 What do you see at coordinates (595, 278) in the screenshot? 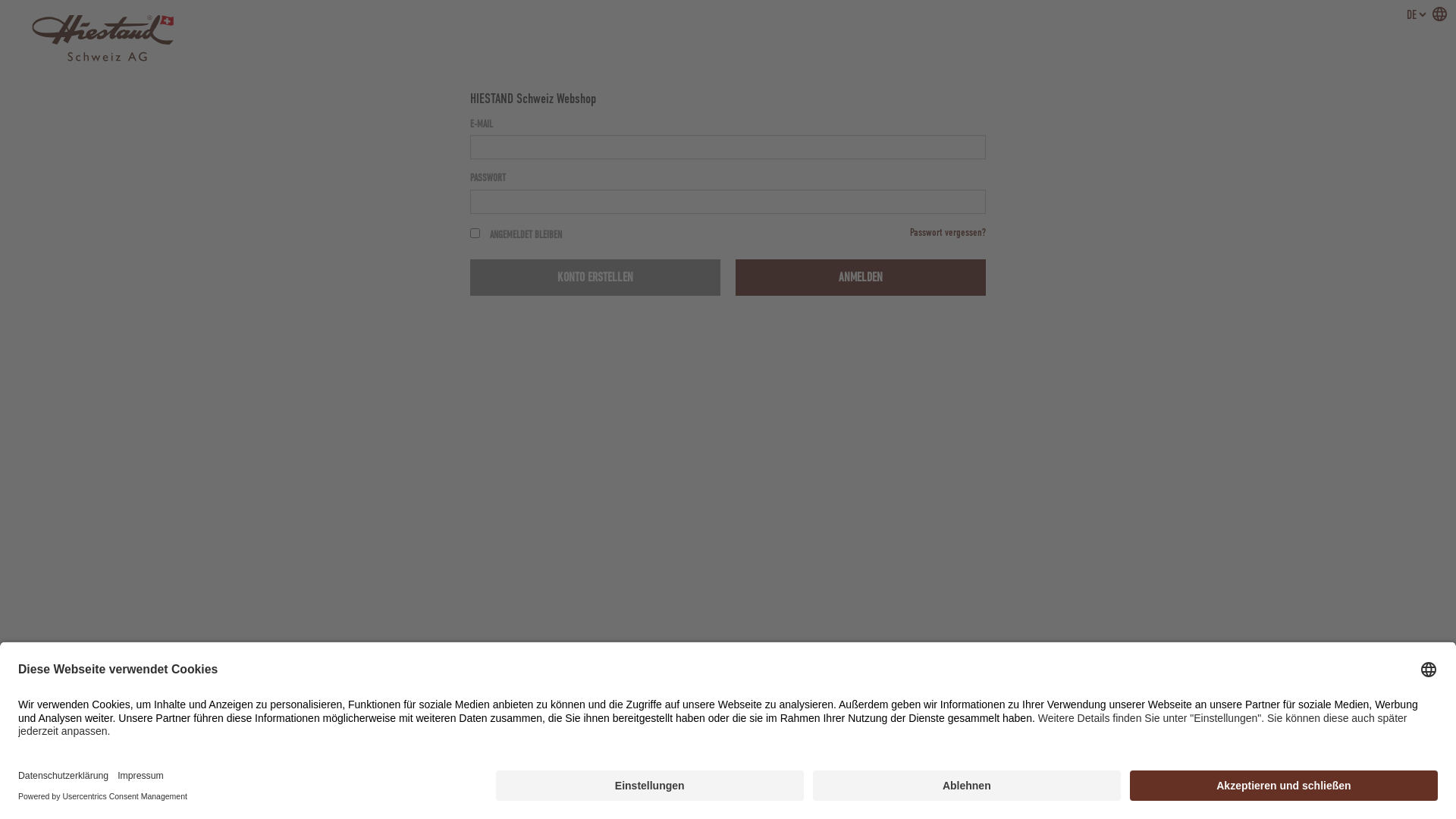
I see `'KONTO ERSTELLEN'` at bounding box center [595, 278].